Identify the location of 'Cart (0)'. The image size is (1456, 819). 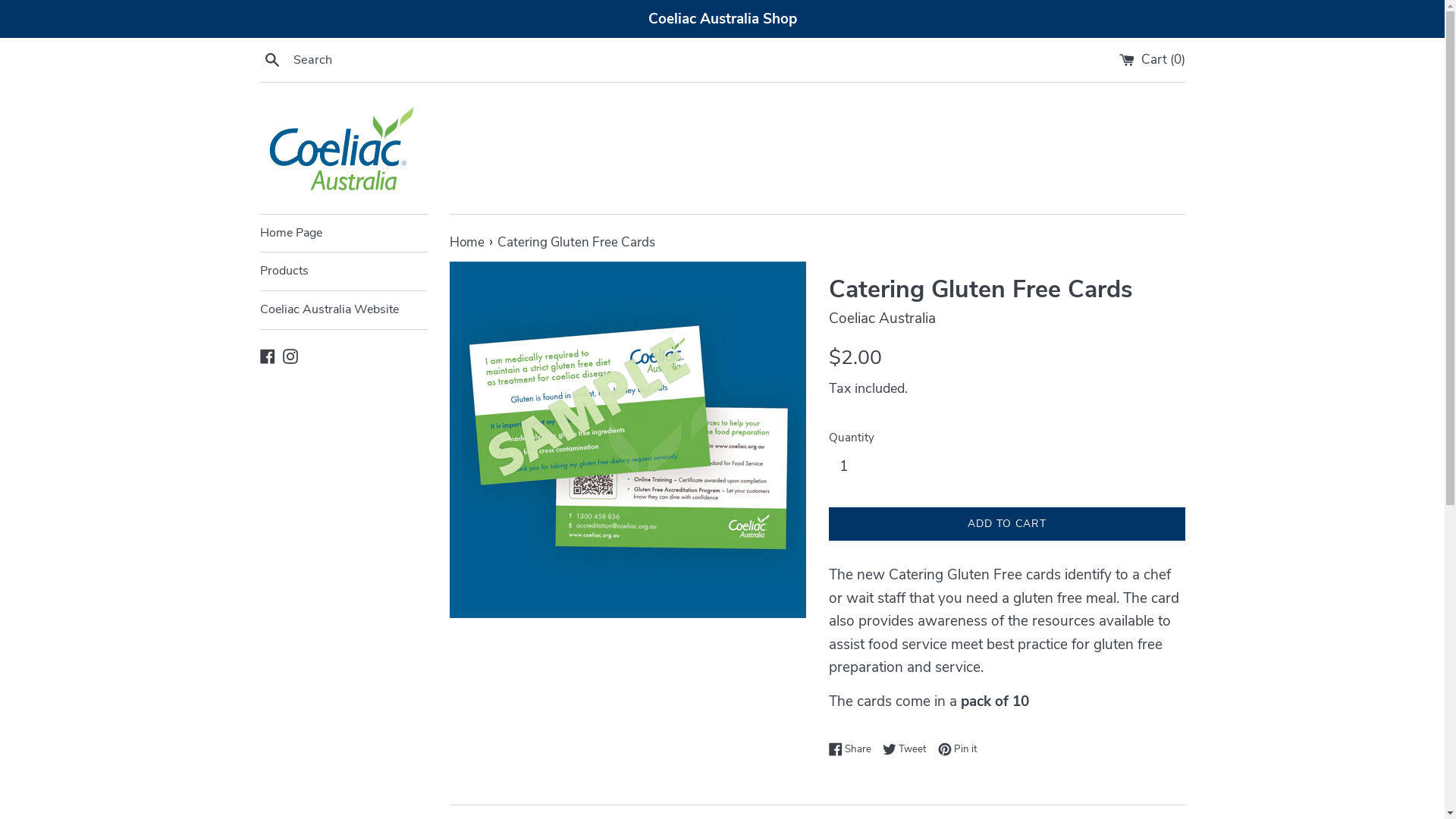
(1152, 58).